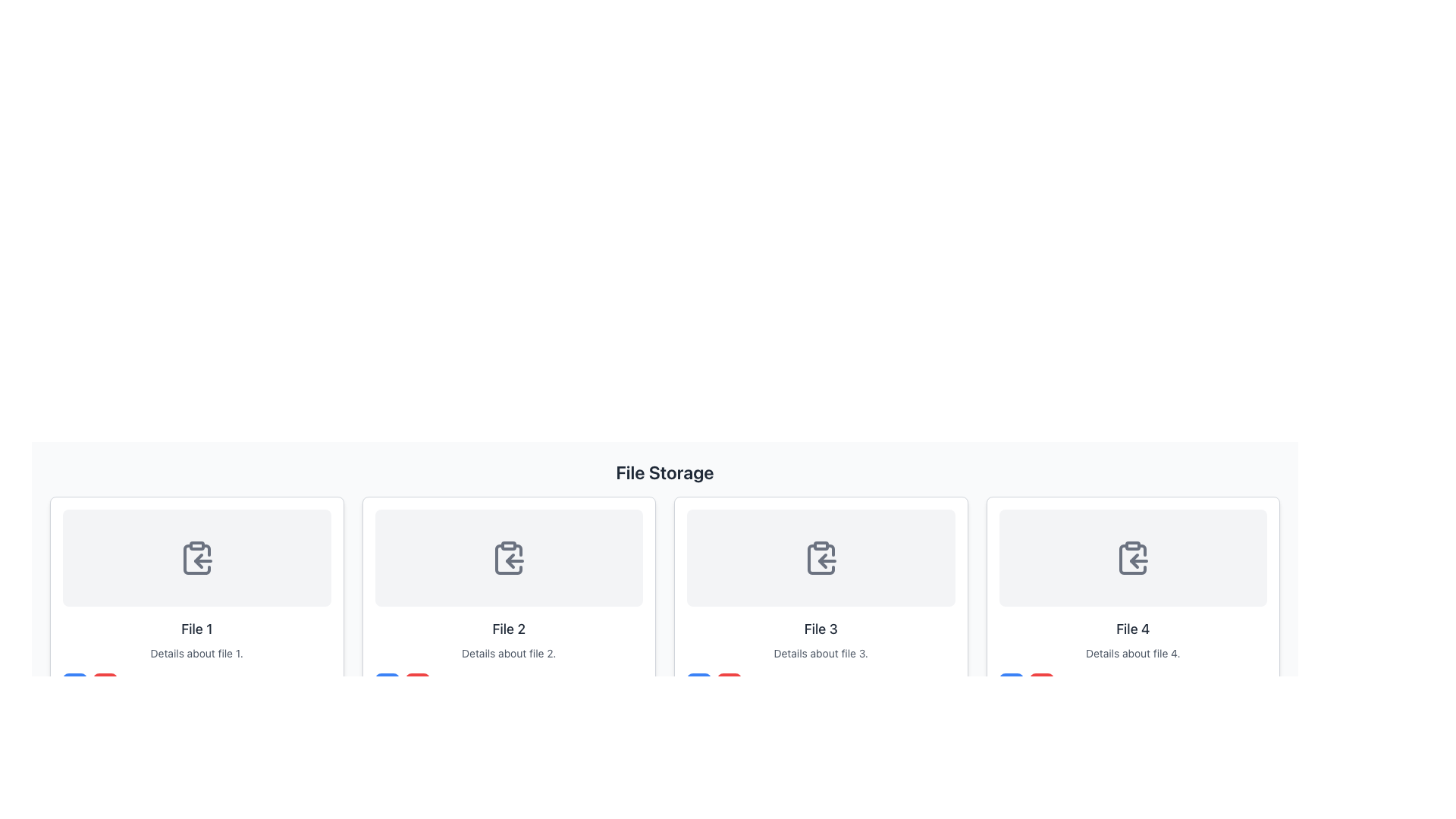  I want to click on the text label displaying 'Details about file 3.' which is located below the title 'File 3' in the third card of the grid, so click(820, 652).